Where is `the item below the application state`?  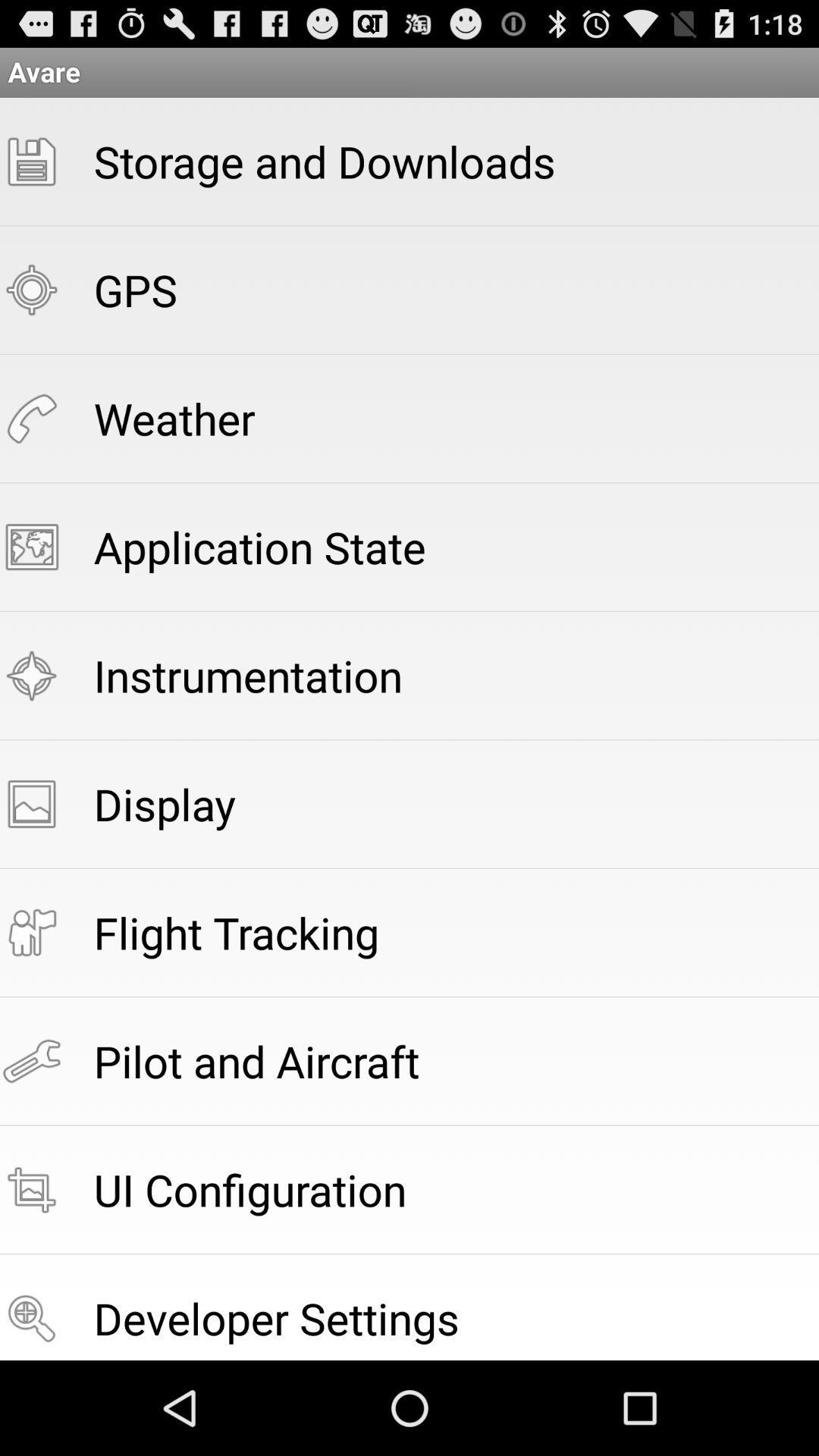
the item below the application state is located at coordinates (247, 674).